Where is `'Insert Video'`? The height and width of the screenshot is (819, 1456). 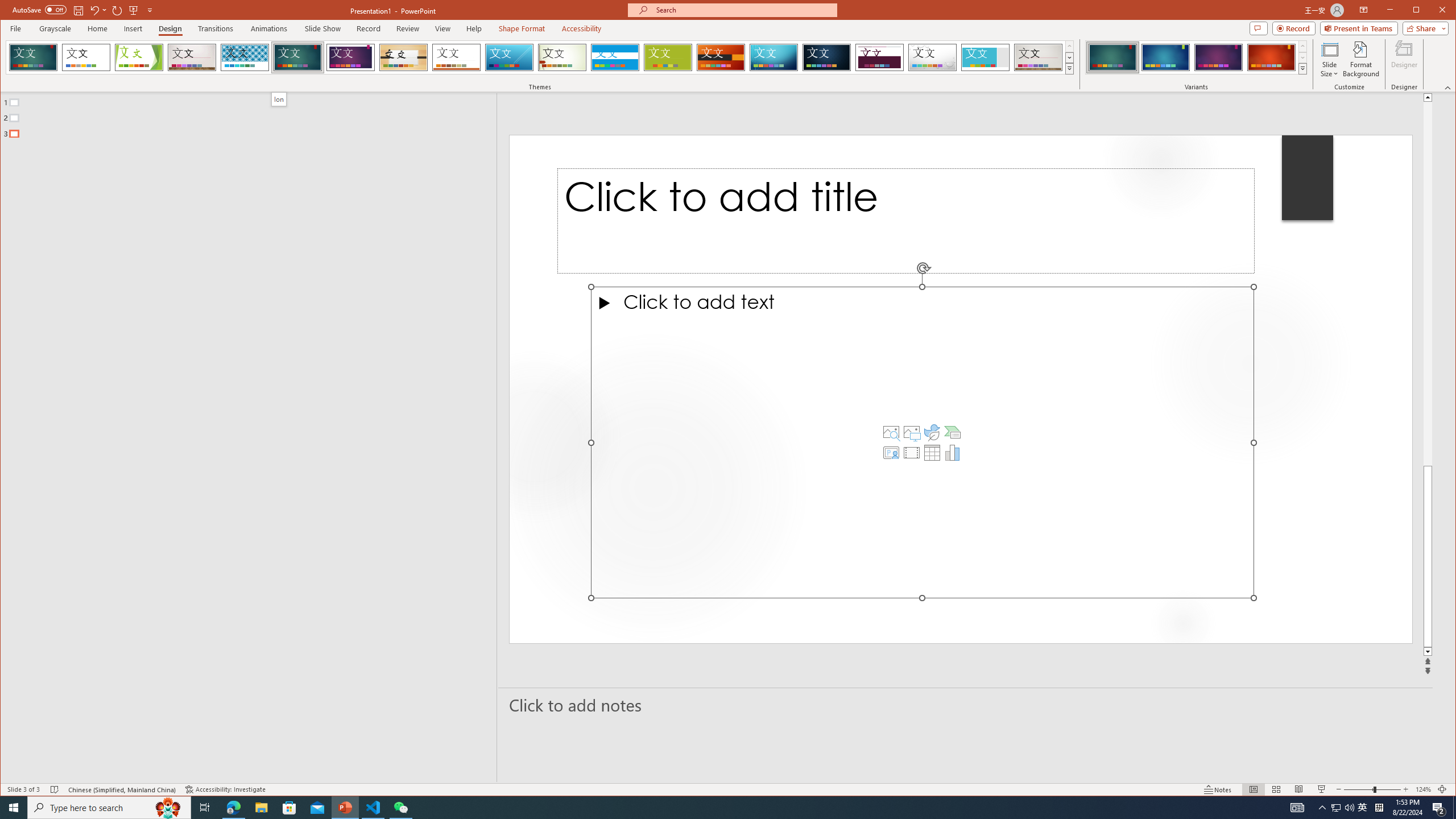
'Insert Video' is located at coordinates (911, 453).